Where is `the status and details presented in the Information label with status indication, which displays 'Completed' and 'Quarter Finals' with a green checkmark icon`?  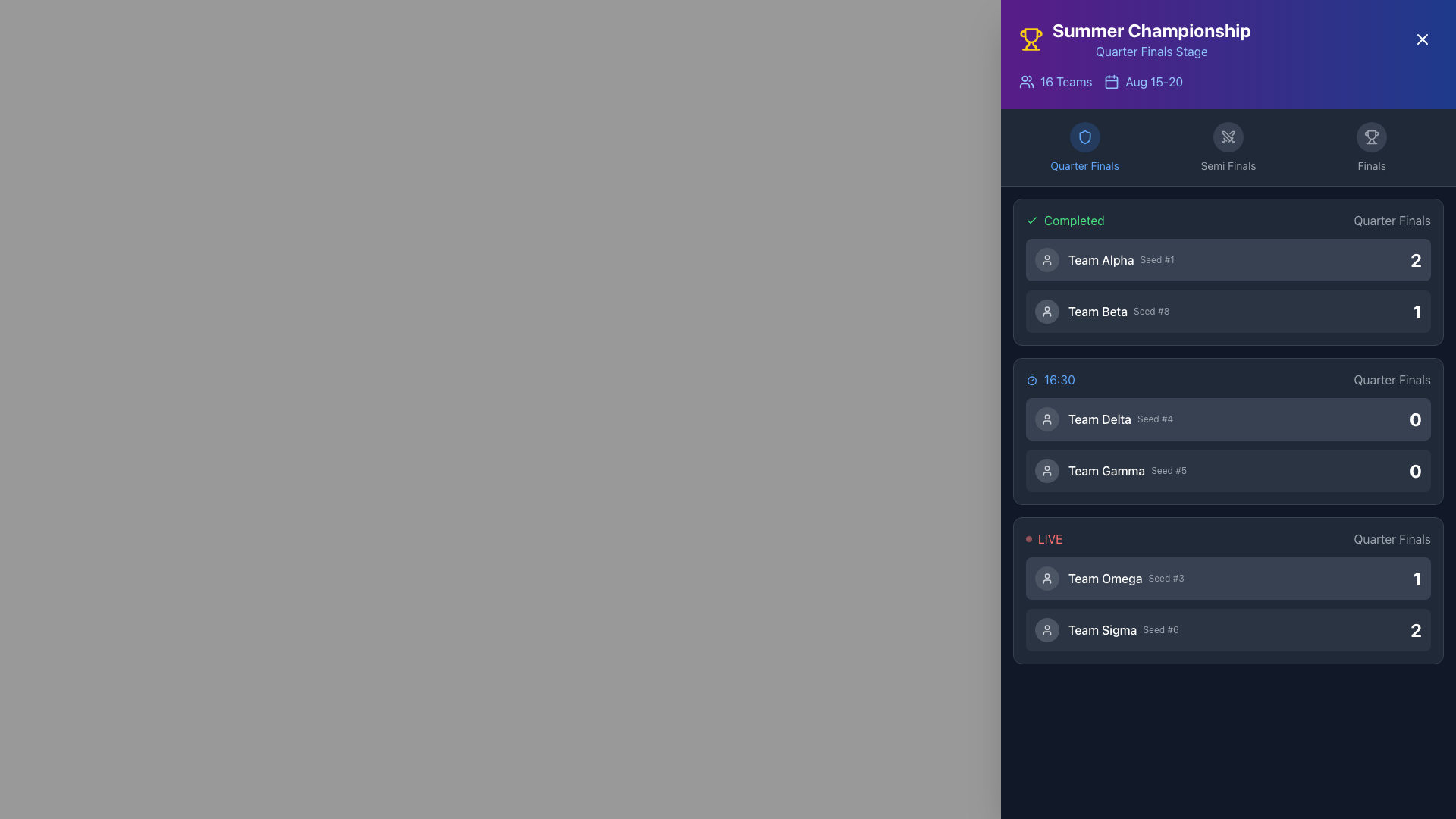
the status and details presented in the Information label with status indication, which displays 'Completed' and 'Quarter Finals' with a green checkmark icon is located at coordinates (1228, 220).